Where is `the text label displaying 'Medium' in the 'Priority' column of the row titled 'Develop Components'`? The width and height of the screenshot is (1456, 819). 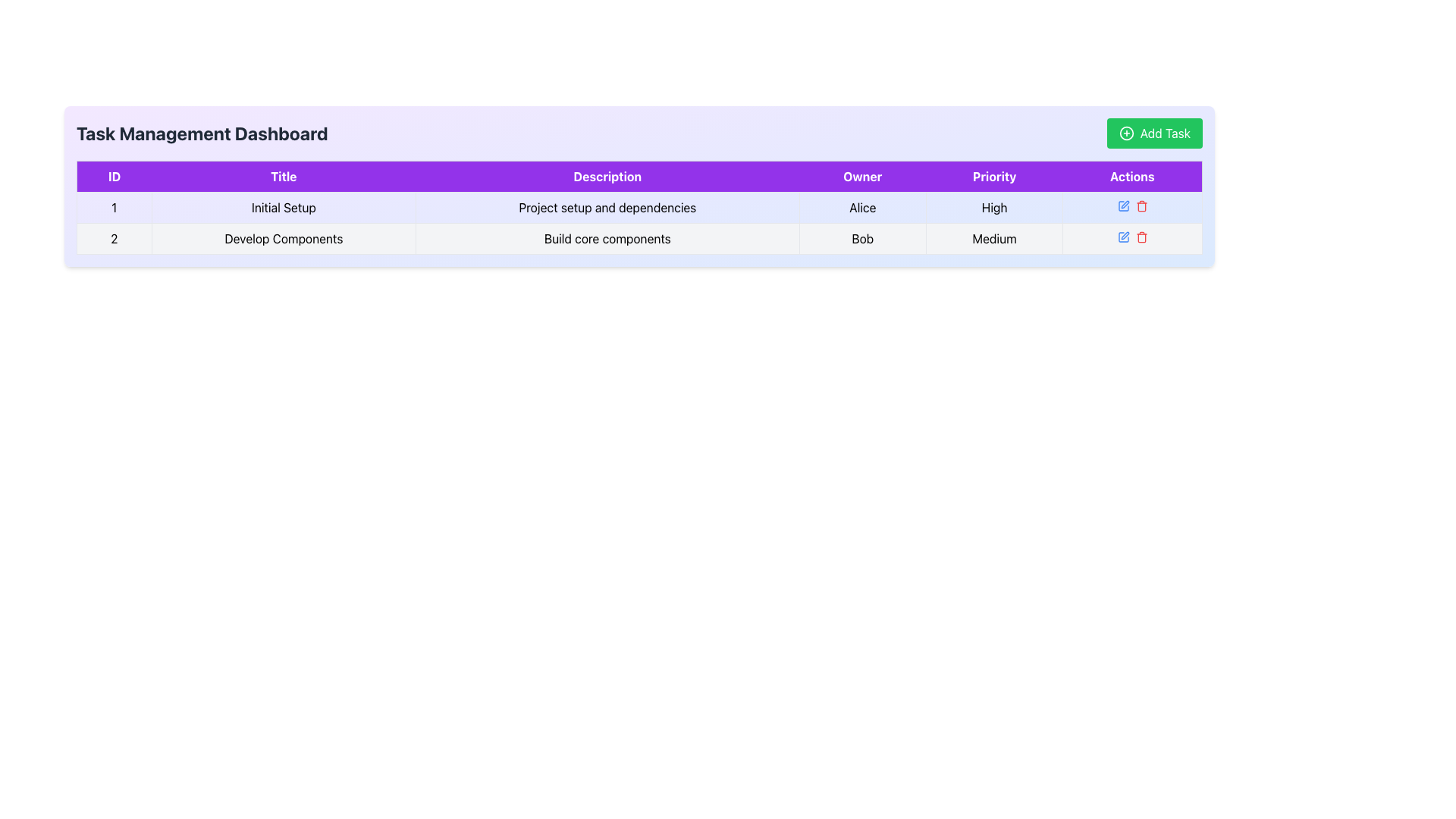 the text label displaying 'Medium' in the 'Priority' column of the row titled 'Develop Components' is located at coordinates (994, 239).